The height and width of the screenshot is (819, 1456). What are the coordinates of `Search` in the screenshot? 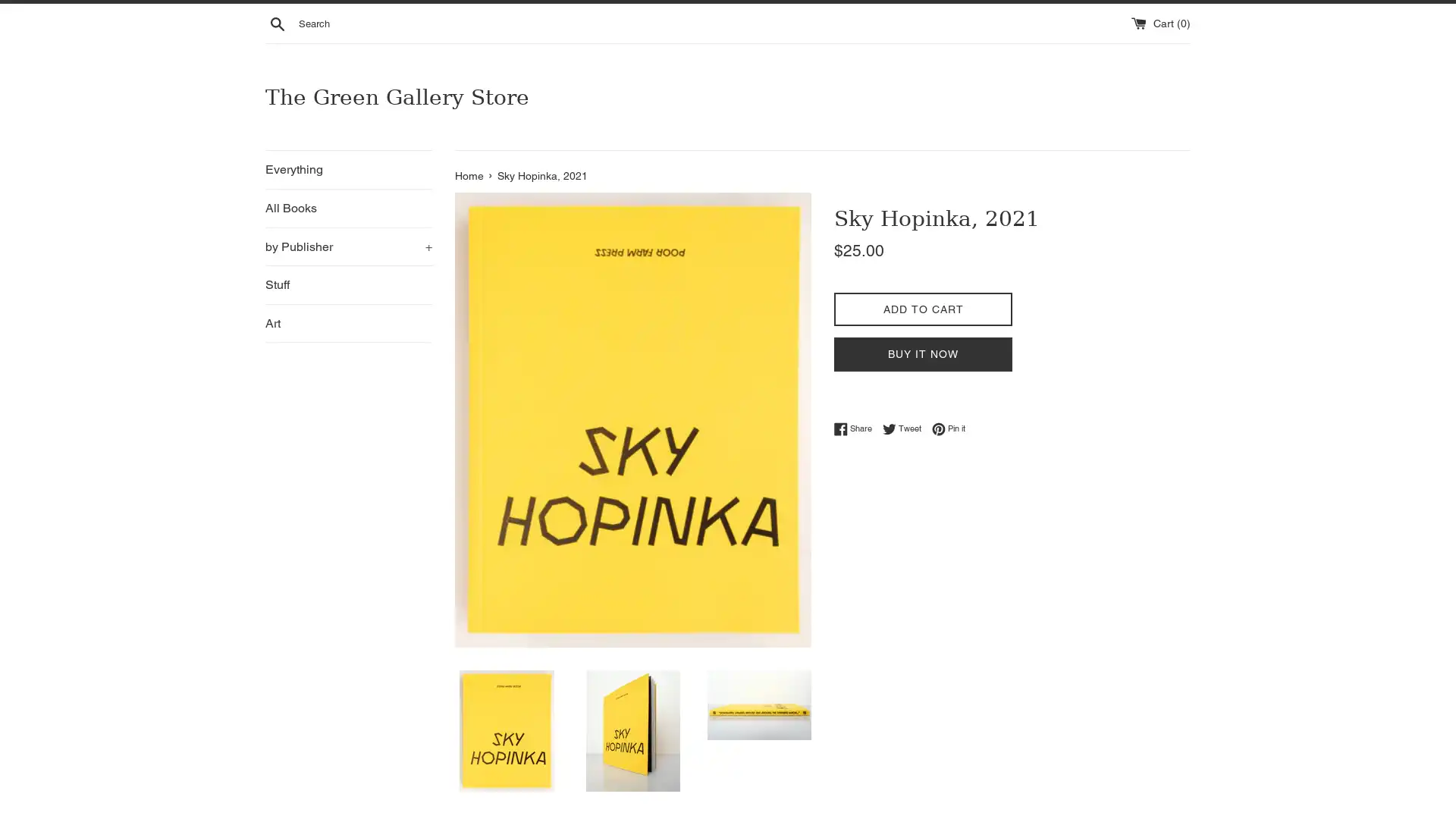 It's located at (277, 23).